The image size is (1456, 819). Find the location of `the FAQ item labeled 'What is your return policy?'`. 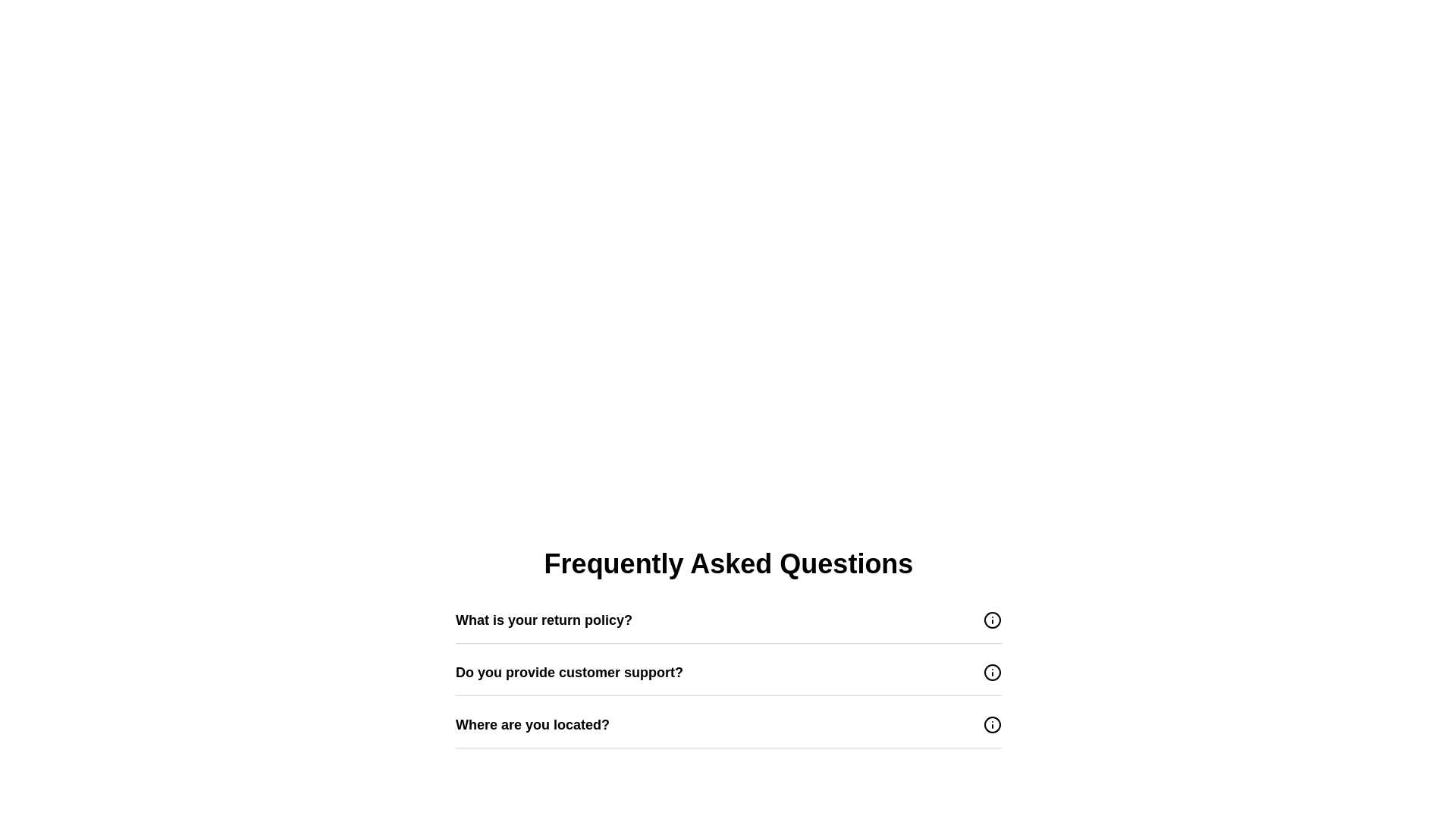

the FAQ item labeled 'What is your return policy?' is located at coordinates (728, 620).